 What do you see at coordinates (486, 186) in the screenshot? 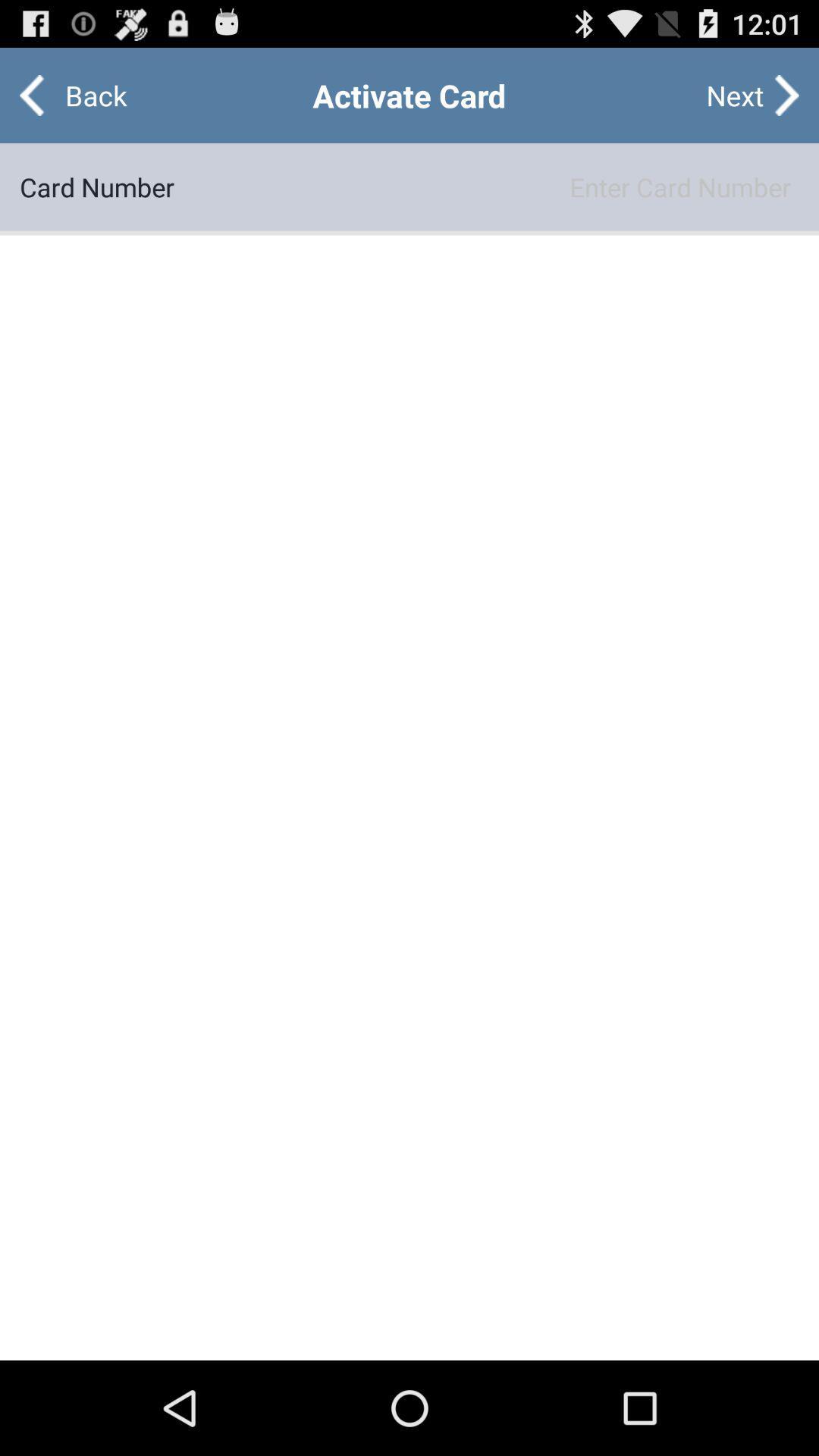
I see `type the card number` at bounding box center [486, 186].